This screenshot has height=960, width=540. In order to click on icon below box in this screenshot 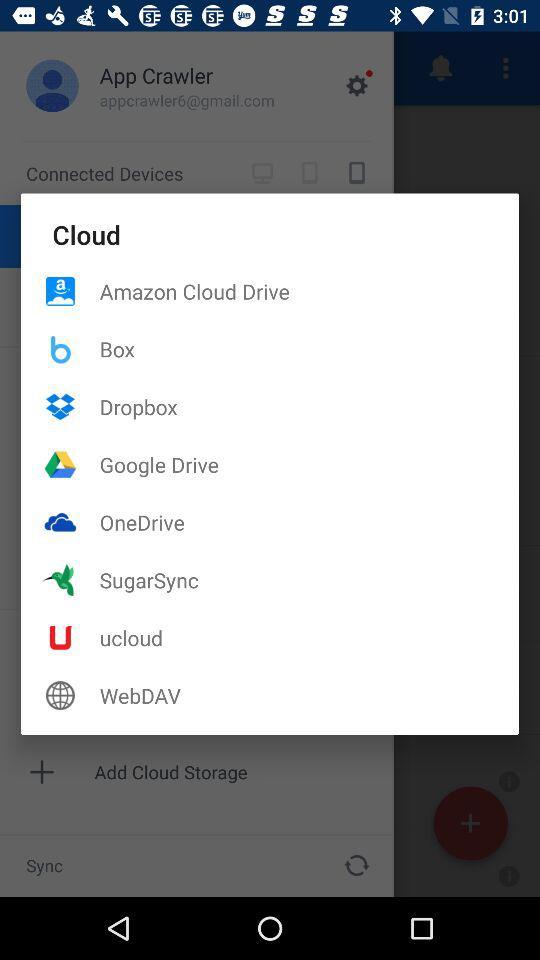, I will do `click(309, 405)`.